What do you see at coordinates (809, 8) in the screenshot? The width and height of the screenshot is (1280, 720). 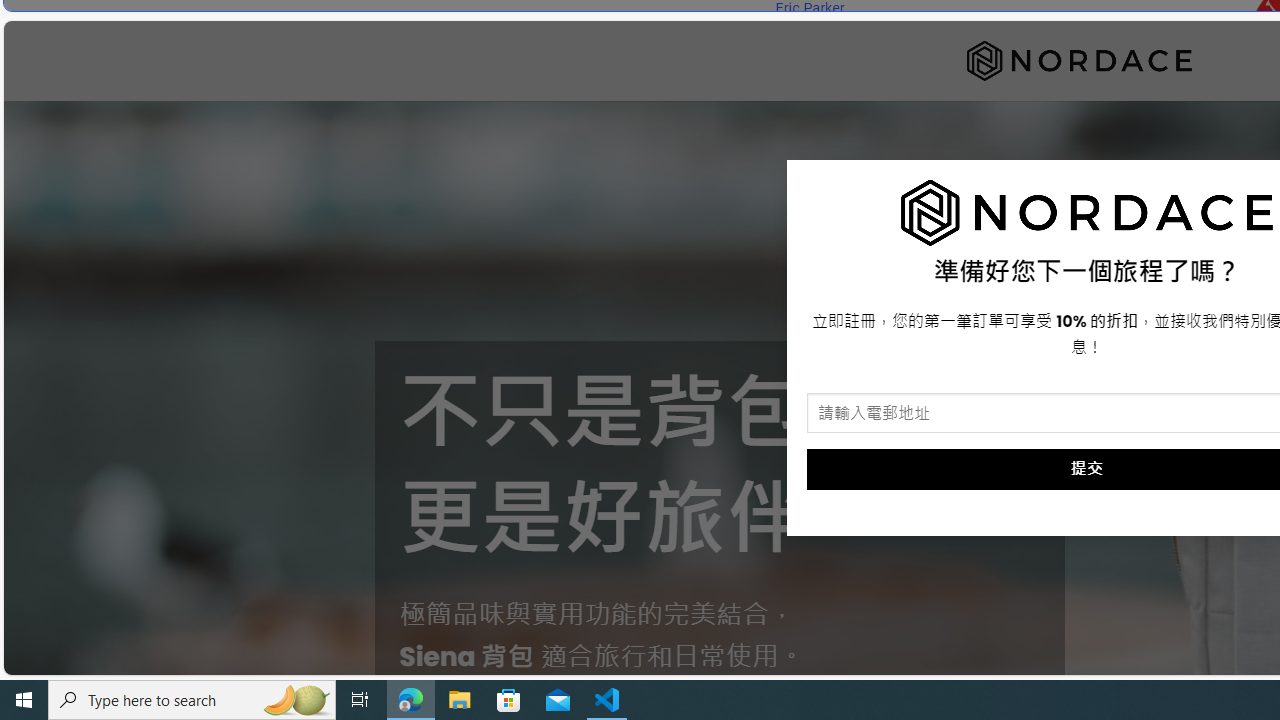 I see `'Eric Parker'` at bounding box center [809, 8].